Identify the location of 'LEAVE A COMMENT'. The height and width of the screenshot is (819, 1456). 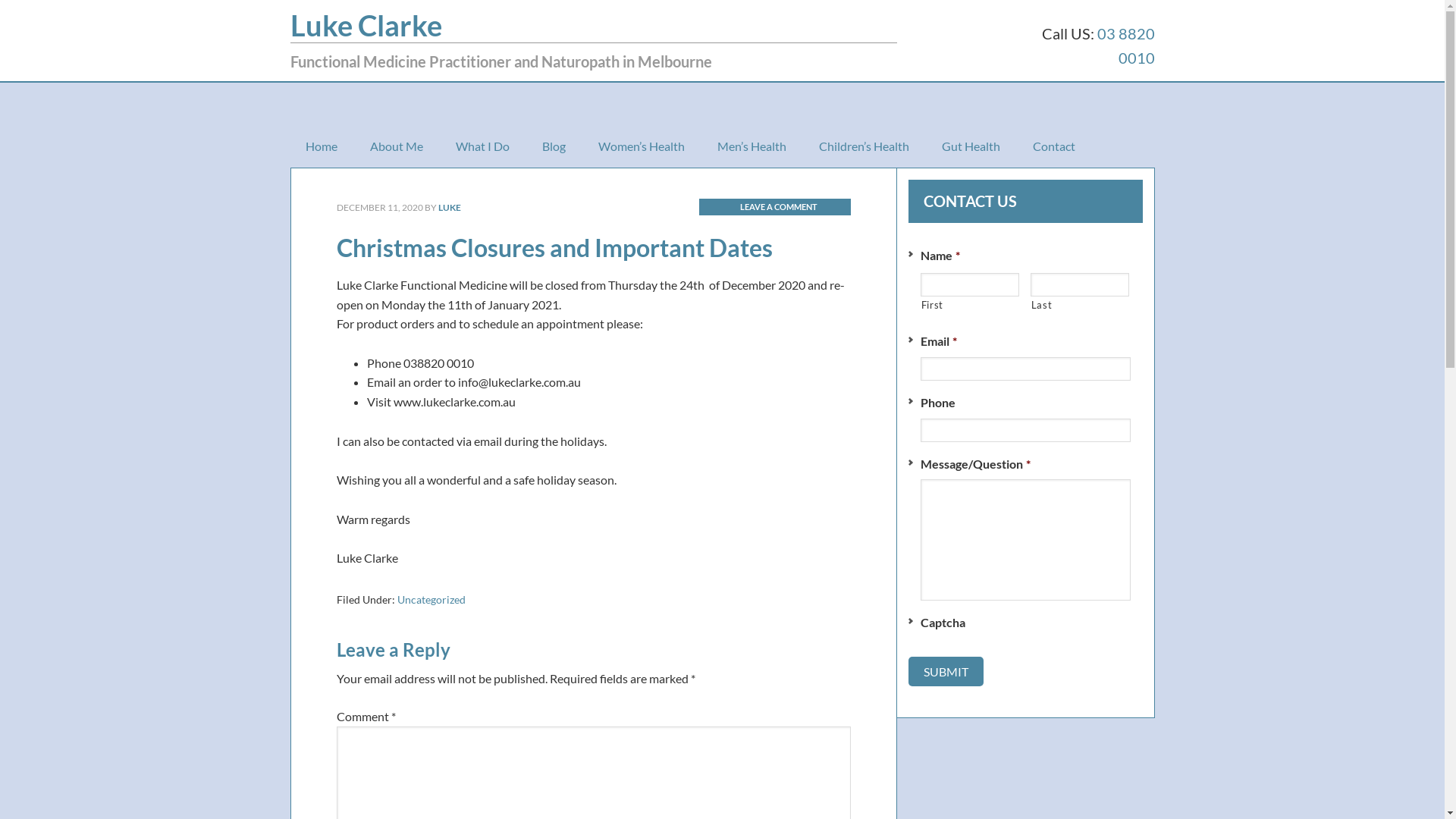
(775, 206).